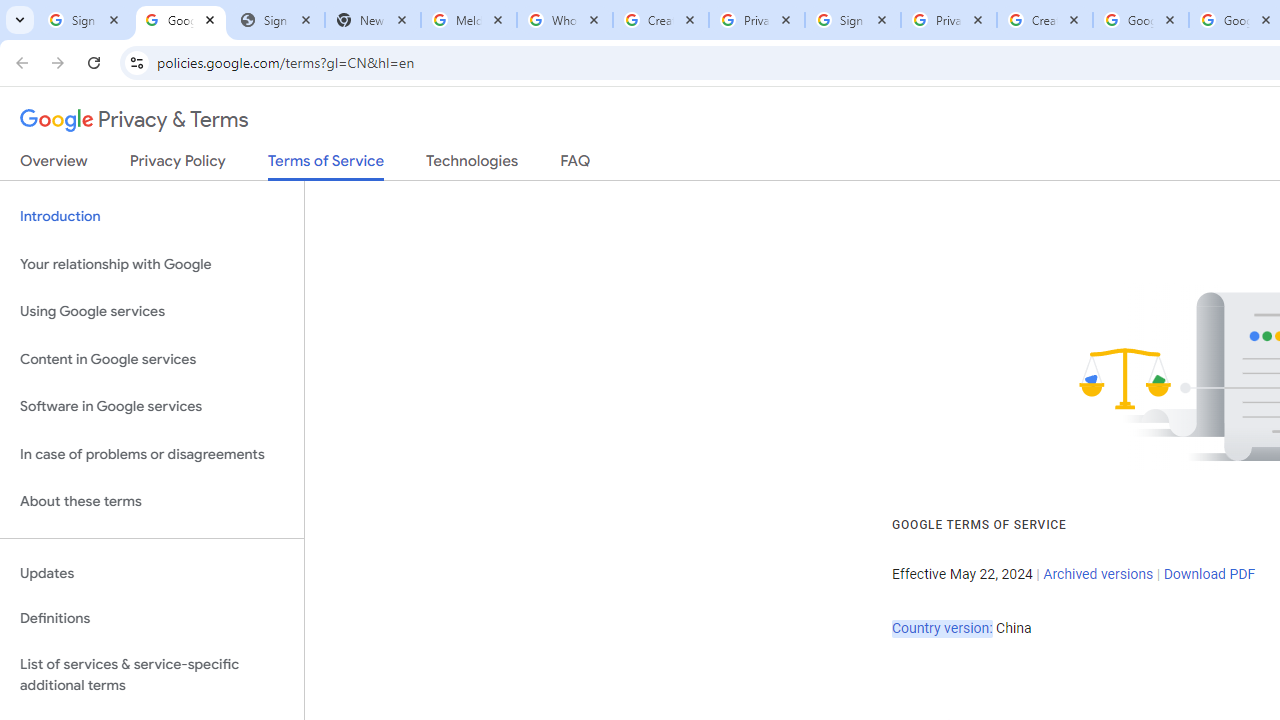 This screenshot has height=720, width=1280. What do you see at coordinates (54, 164) in the screenshot?
I see `'Overview'` at bounding box center [54, 164].